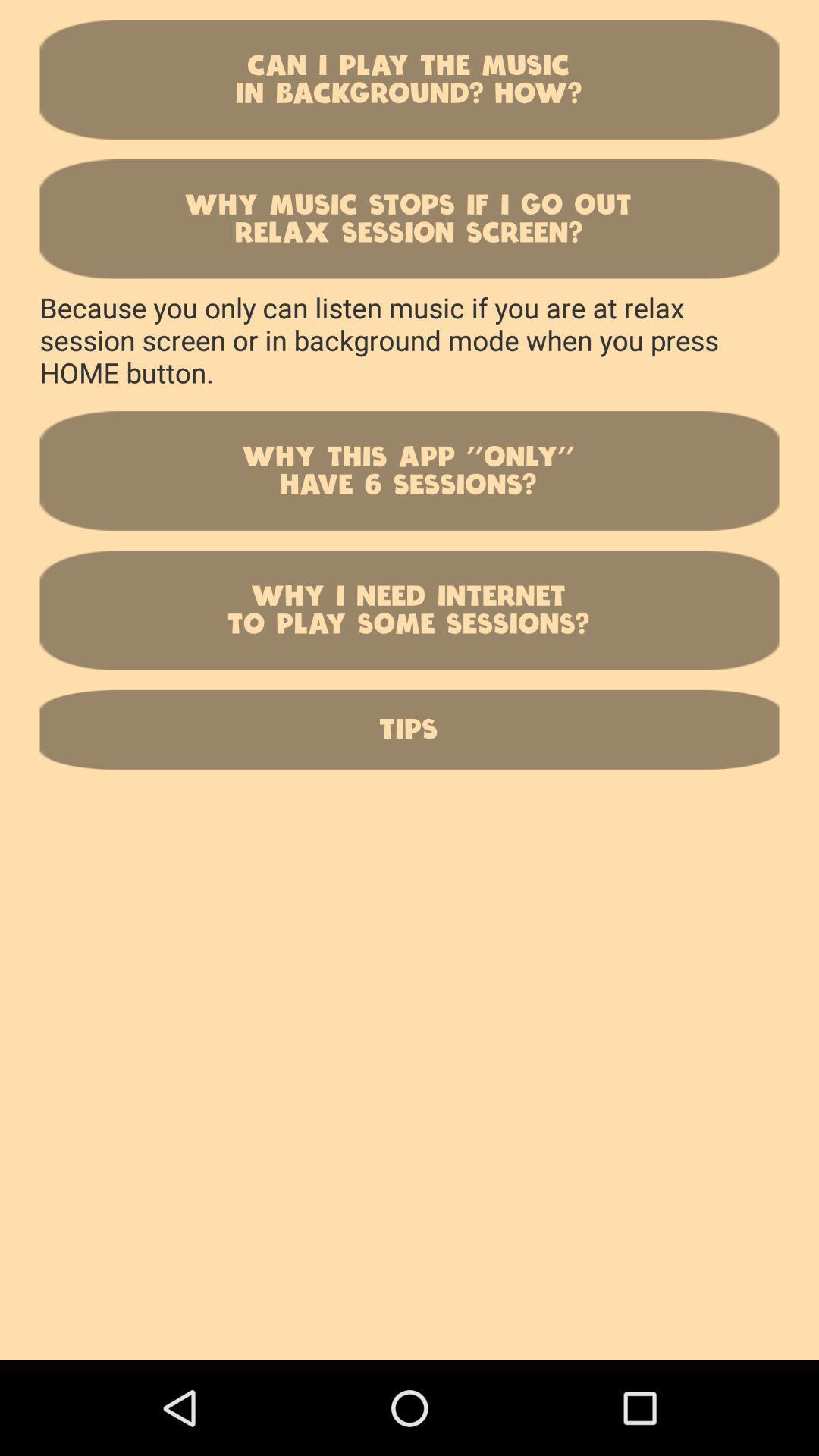 This screenshot has width=819, height=1456. I want to click on icon below why i need, so click(409, 730).